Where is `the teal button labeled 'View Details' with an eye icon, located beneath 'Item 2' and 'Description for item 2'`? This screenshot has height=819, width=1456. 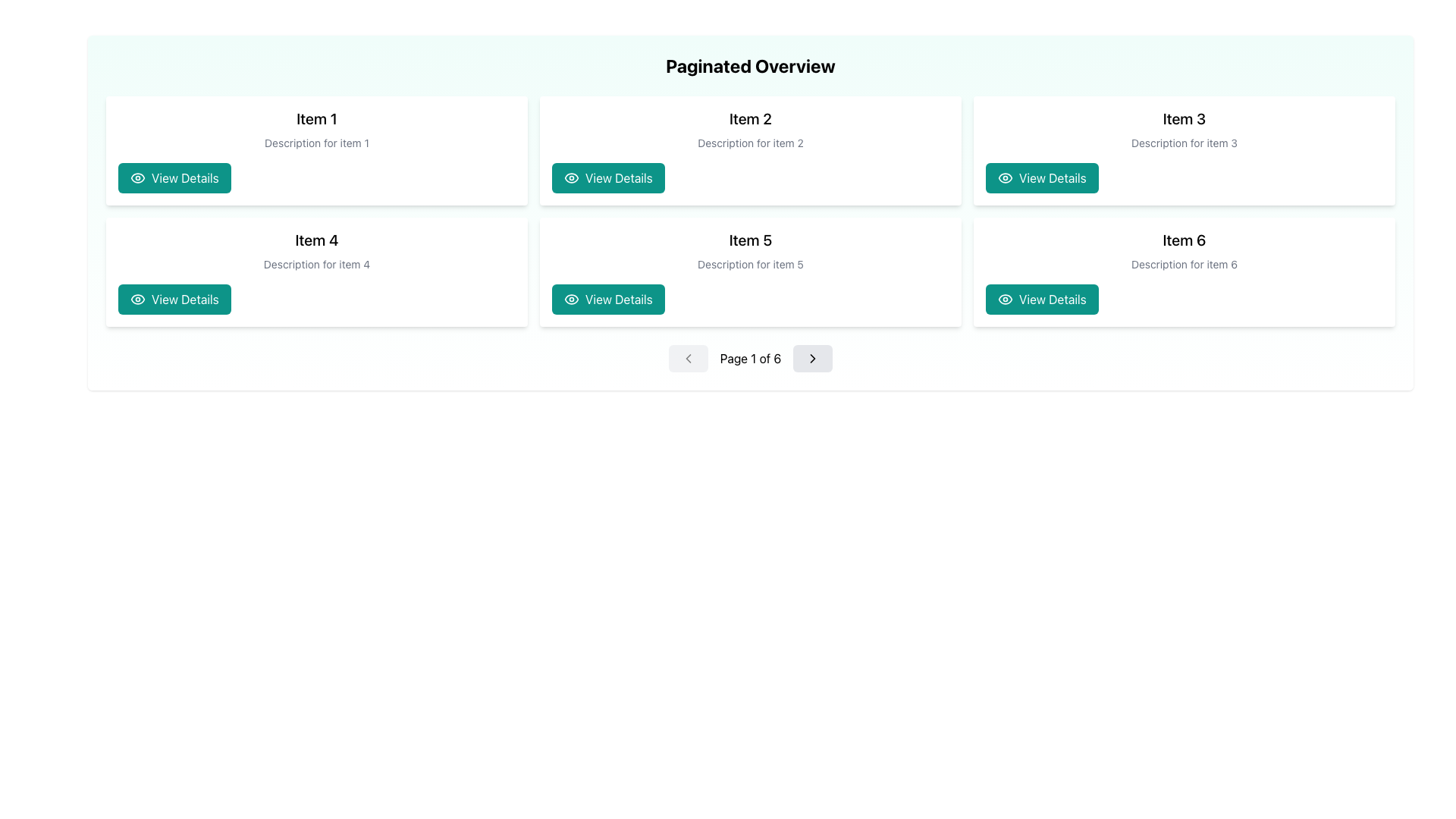 the teal button labeled 'View Details' with an eye icon, located beneath 'Item 2' and 'Description for item 2' is located at coordinates (608, 177).